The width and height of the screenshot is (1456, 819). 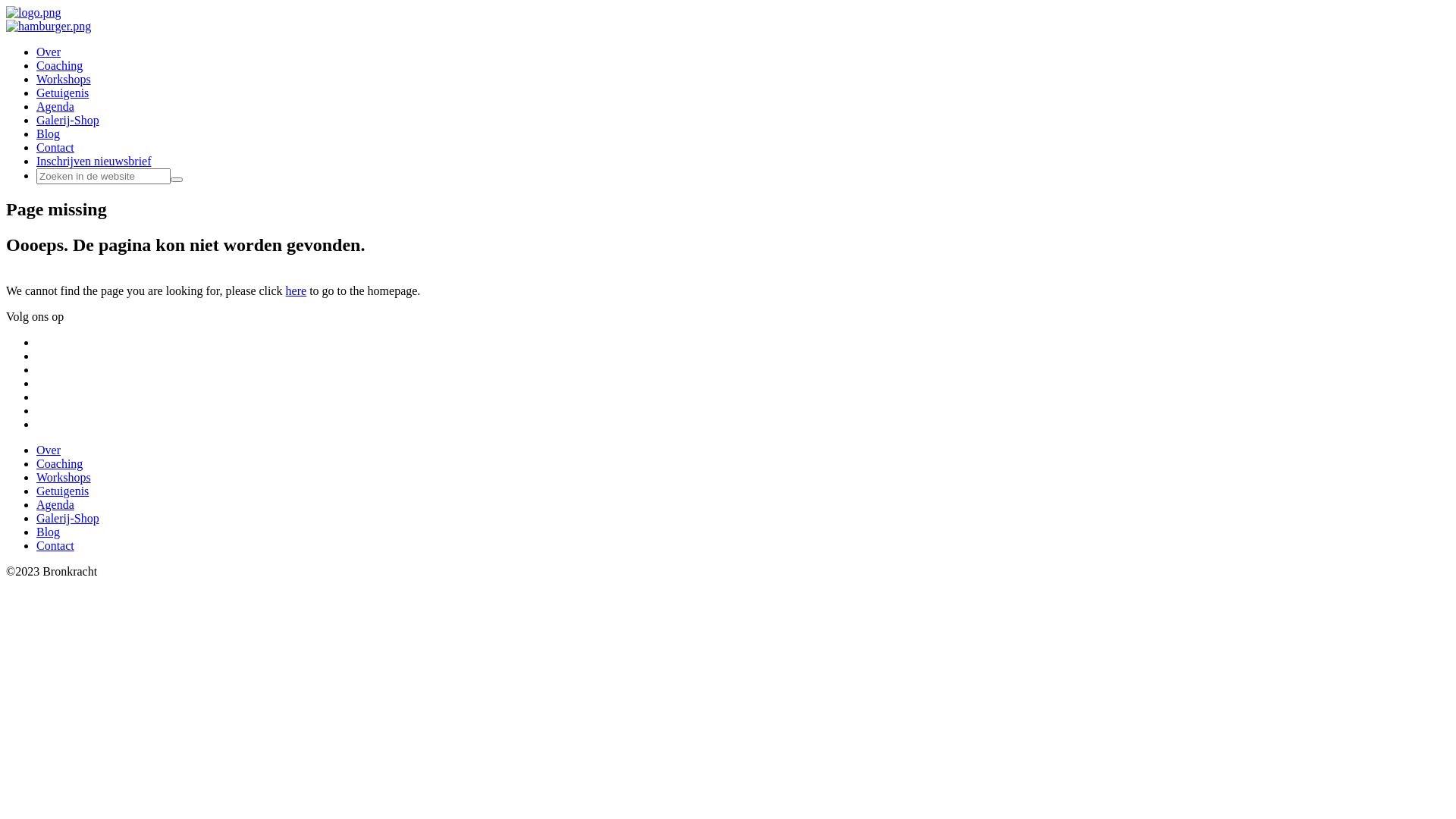 I want to click on 'Agenda', so click(x=55, y=504).